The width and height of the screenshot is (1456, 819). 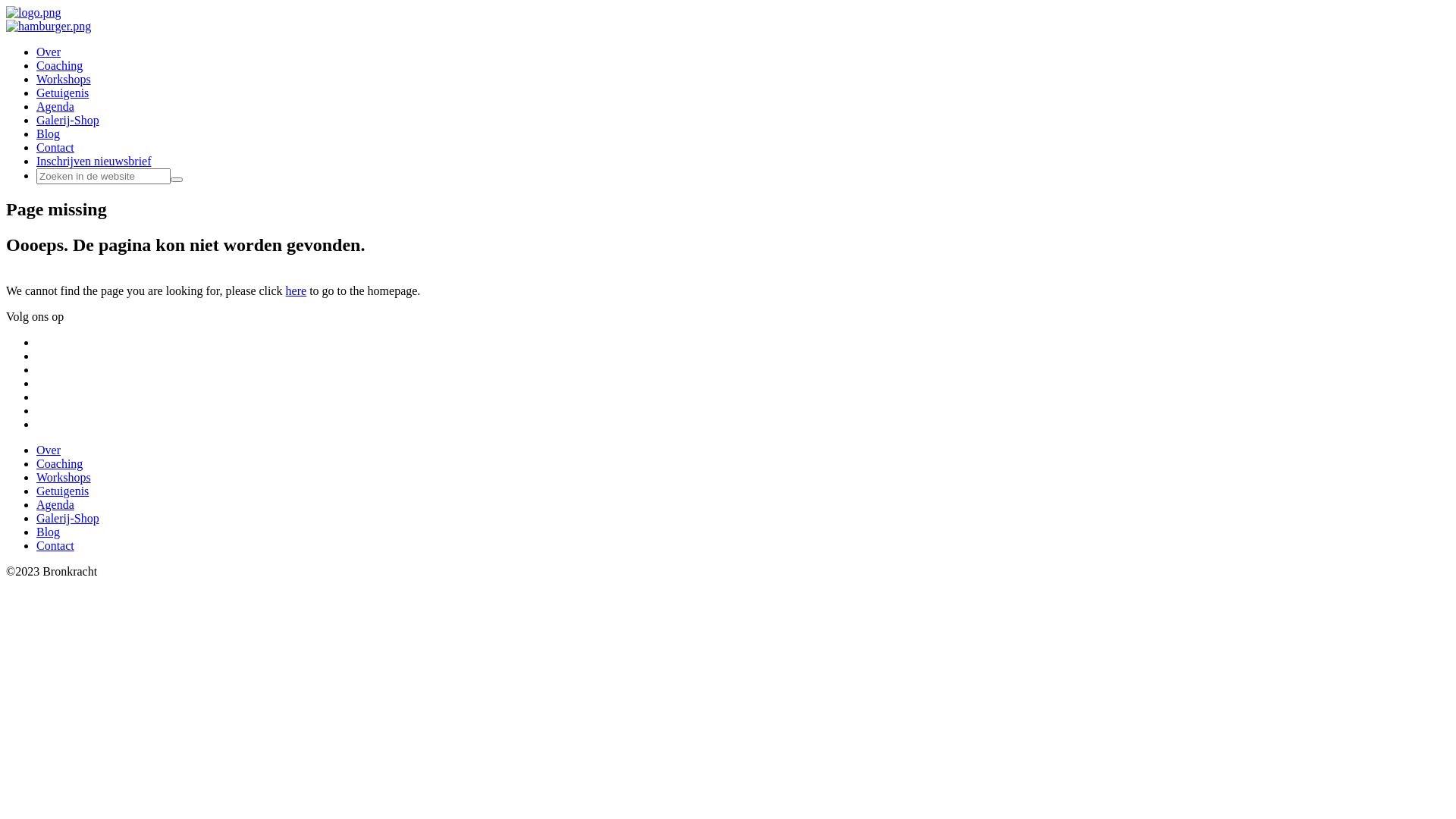 I want to click on 'Agenda', so click(x=55, y=504).